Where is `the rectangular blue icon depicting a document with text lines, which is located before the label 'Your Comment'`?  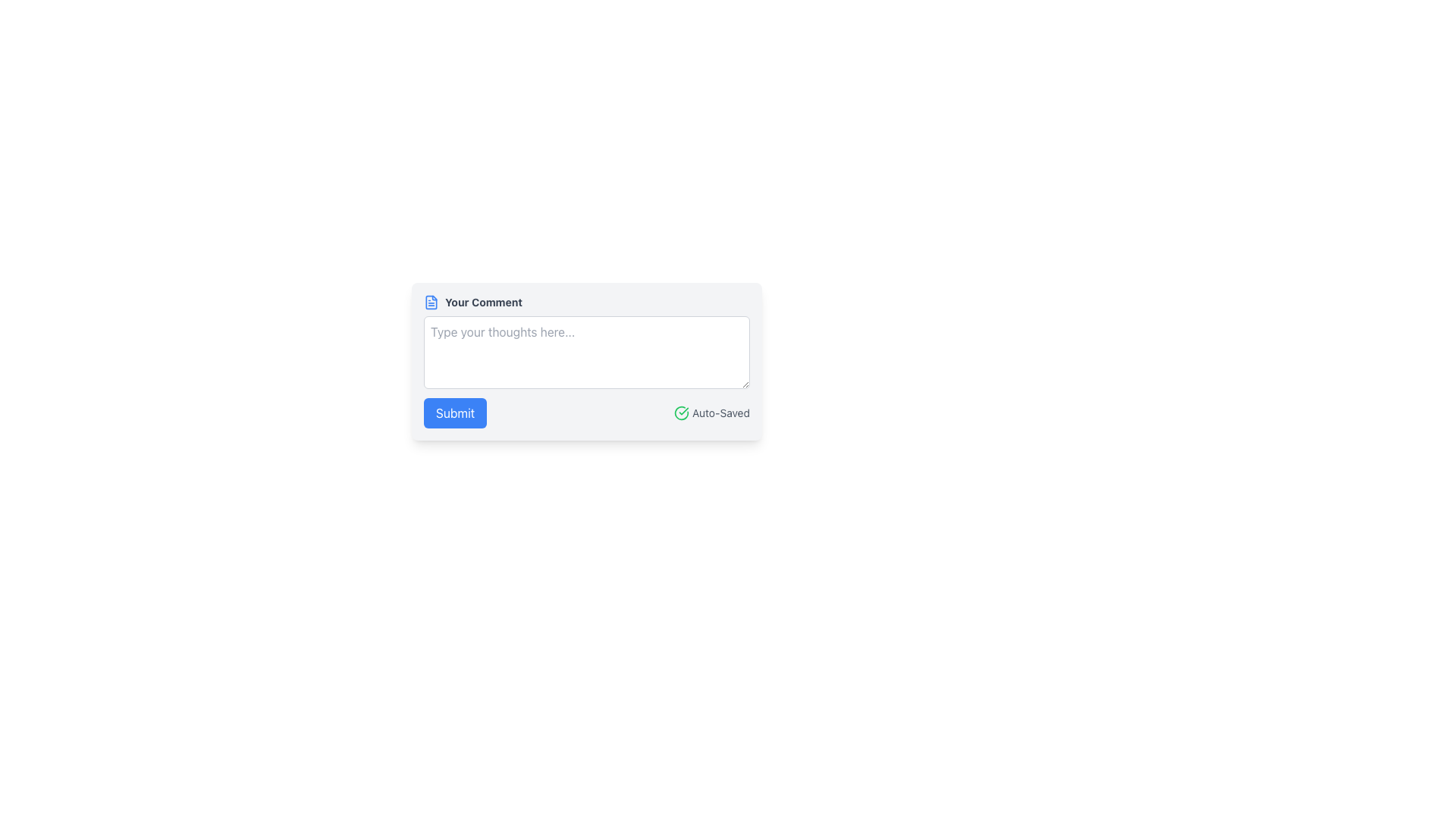
the rectangular blue icon depicting a document with text lines, which is located before the label 'Your Comment' is located at coordinates (431, 302).